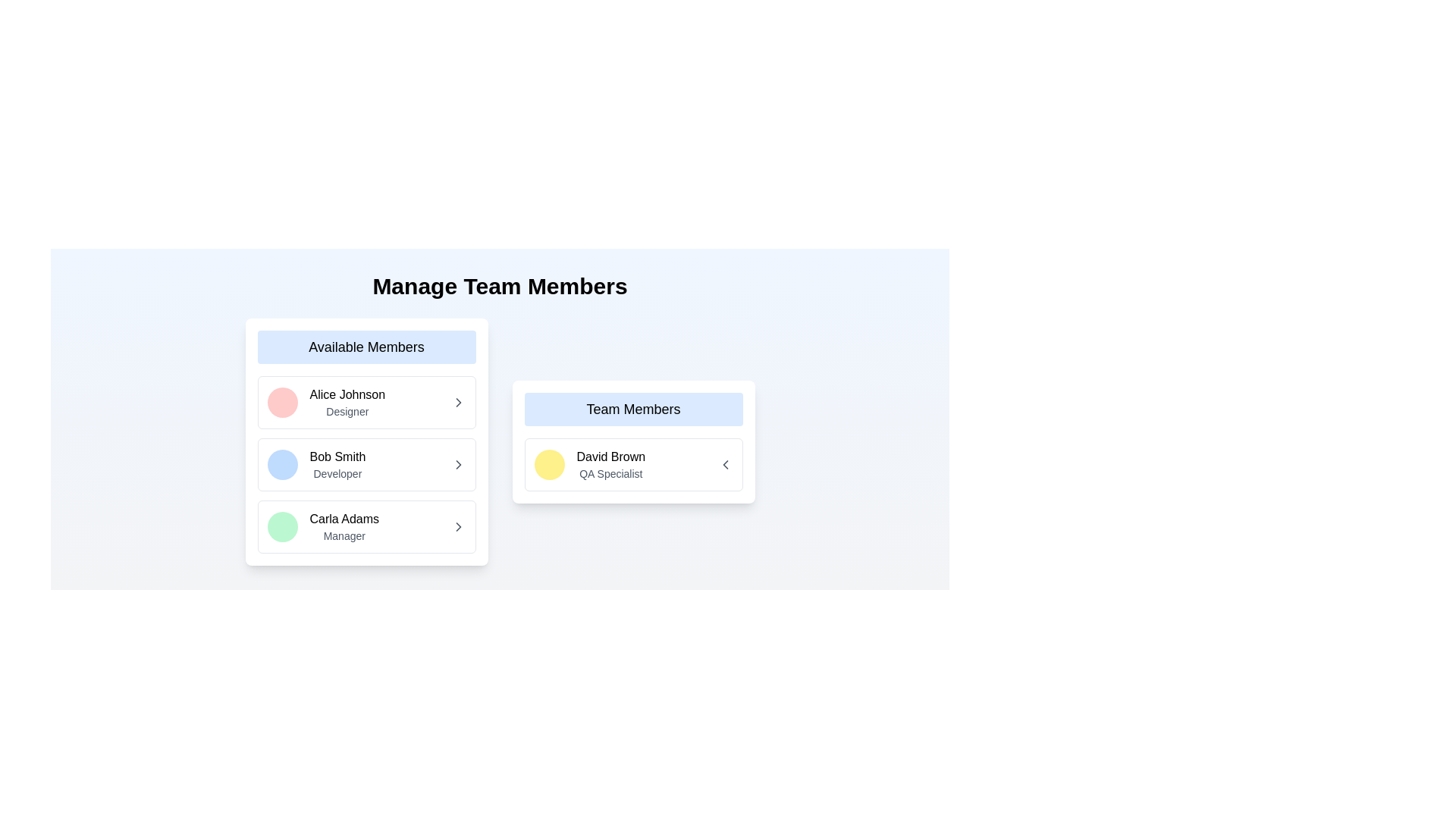 The image size is (1456, 819). Describe the element at coordinates (548, 464) in the screenshot. I see `the Avatar placeholder representing the profile picture of team member 'David Brown', located at the far left of the 'Team Members' entry` at that location.